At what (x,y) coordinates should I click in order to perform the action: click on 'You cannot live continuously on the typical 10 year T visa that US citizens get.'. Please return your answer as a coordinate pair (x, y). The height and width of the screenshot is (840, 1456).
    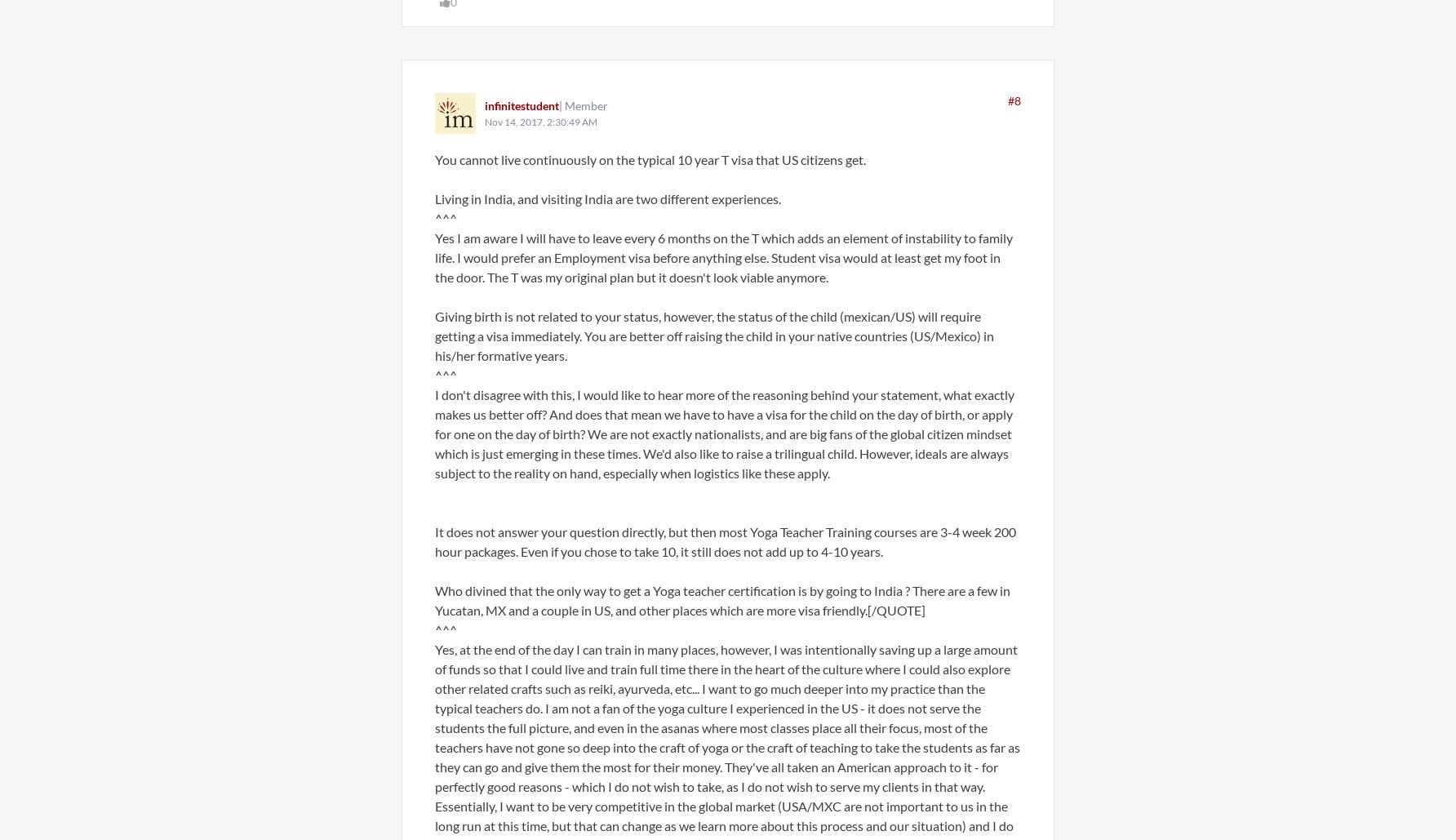
    Looking at the image, I should click on (649, 159).